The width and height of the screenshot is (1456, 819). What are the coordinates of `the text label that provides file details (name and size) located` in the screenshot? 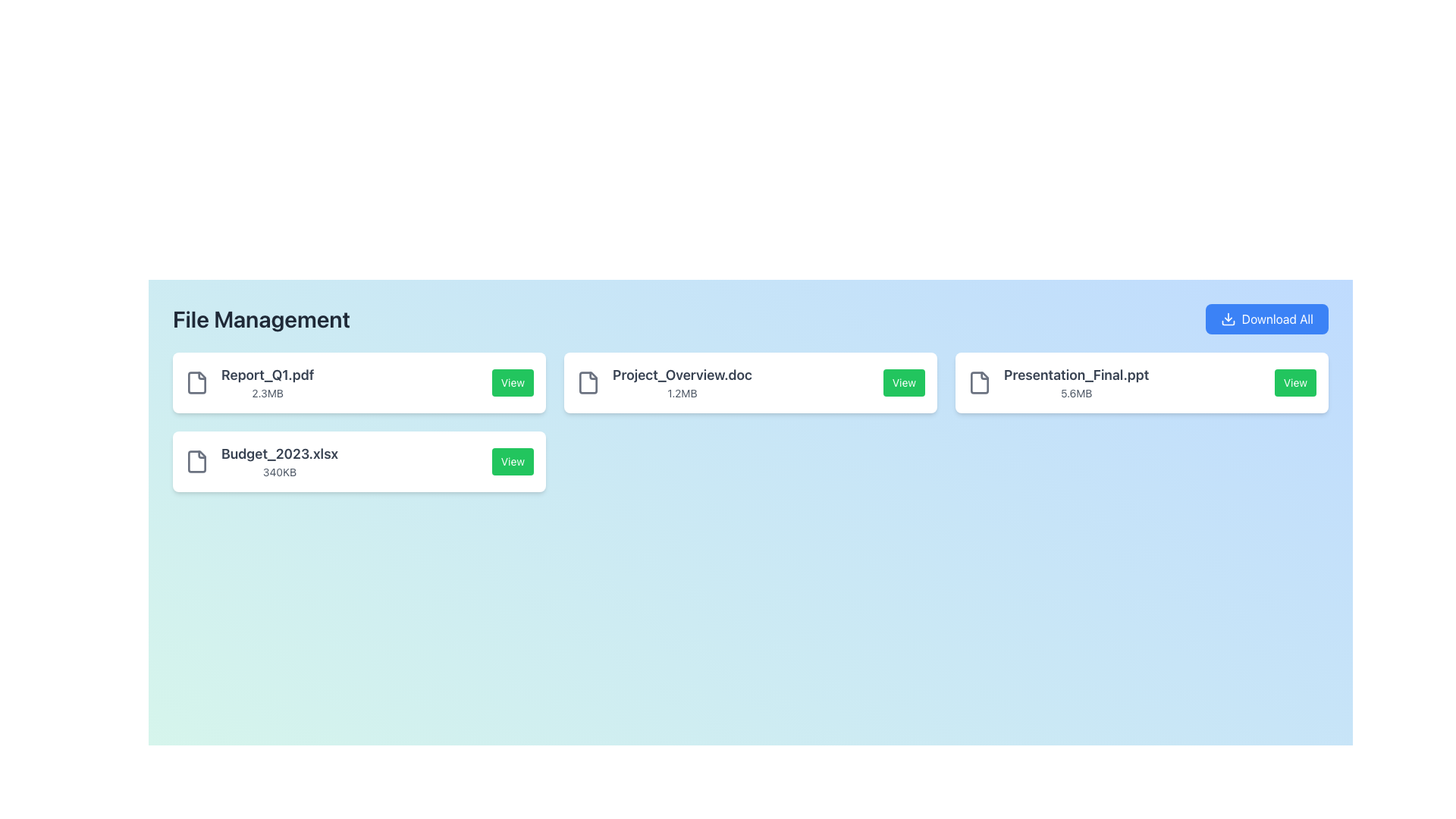 It's located at (268, 382).